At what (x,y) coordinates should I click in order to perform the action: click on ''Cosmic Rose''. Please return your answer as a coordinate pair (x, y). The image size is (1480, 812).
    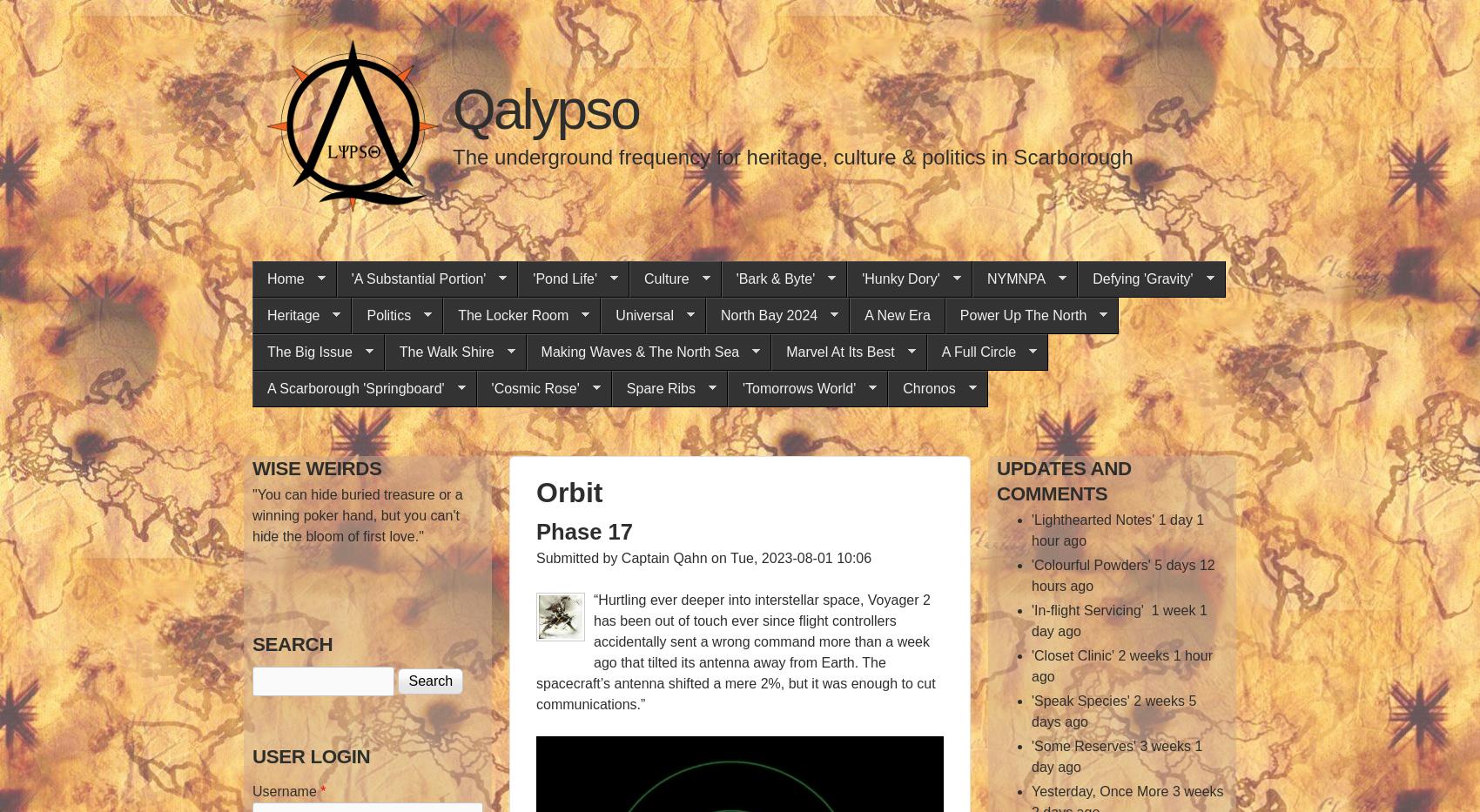
    Looking at the image, I should click on (534, 387).